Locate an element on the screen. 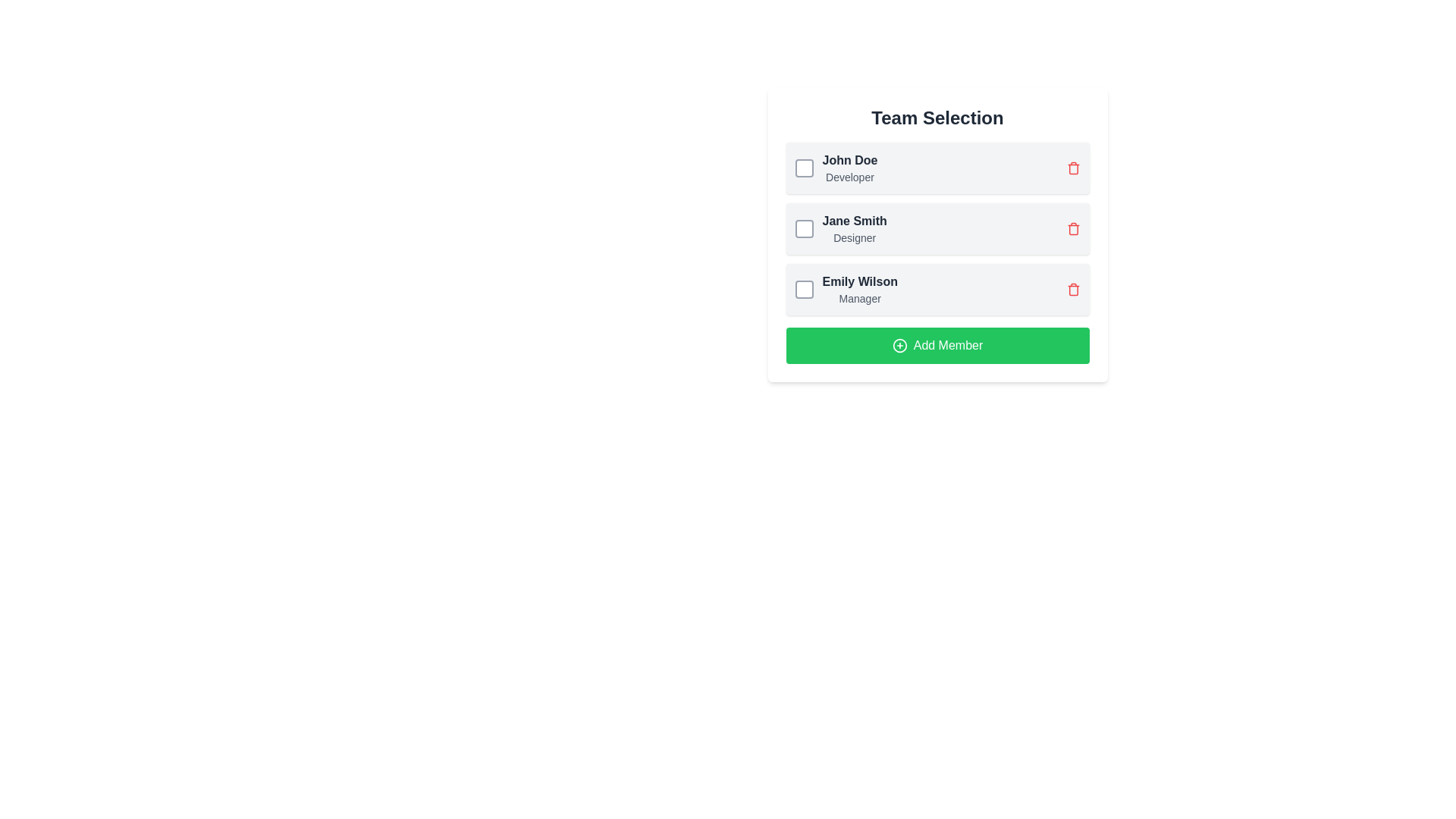  the informational text label that describes the role or position of the user 'Emily Wilson', located directly below her name in the third row of the team member list under 'Team Selection' is located at coordinates (860, 298).